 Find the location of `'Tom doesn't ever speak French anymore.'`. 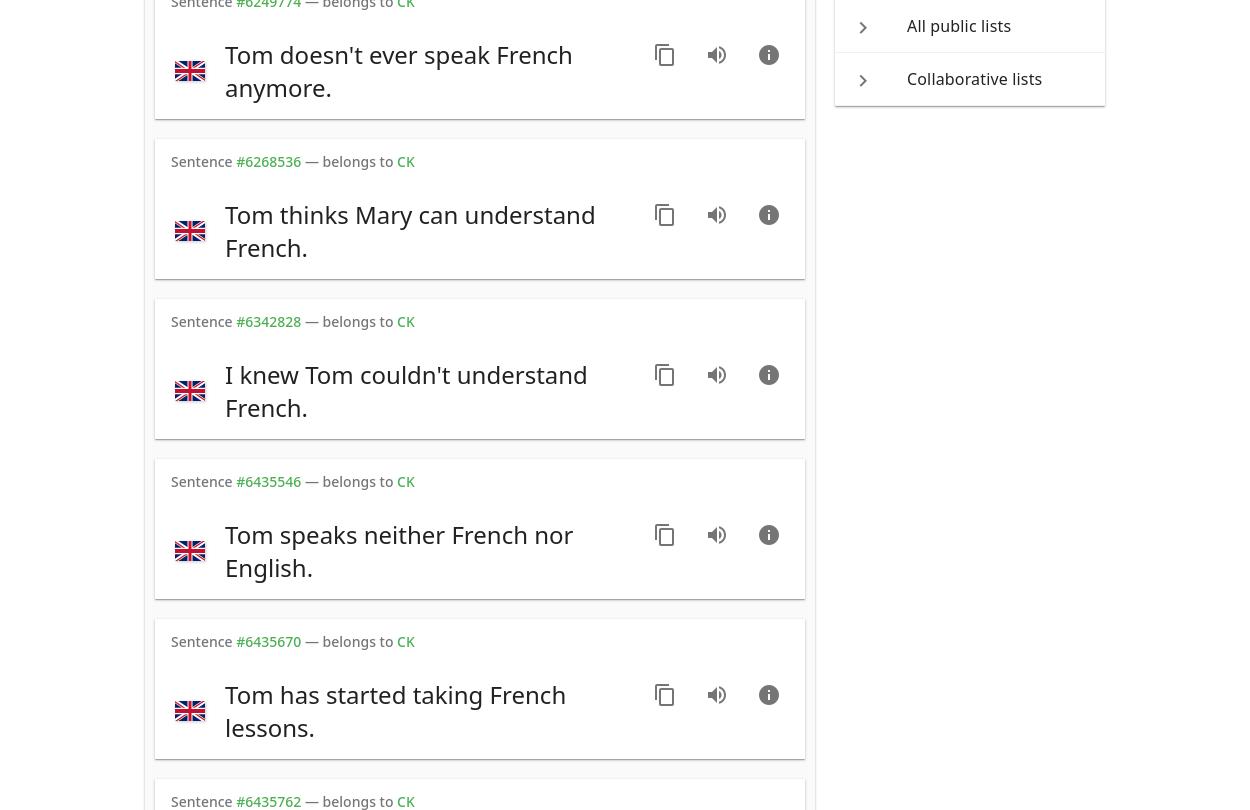

'Tom doesn't ever speak French anymore.' is located at coordinates (398, 71).